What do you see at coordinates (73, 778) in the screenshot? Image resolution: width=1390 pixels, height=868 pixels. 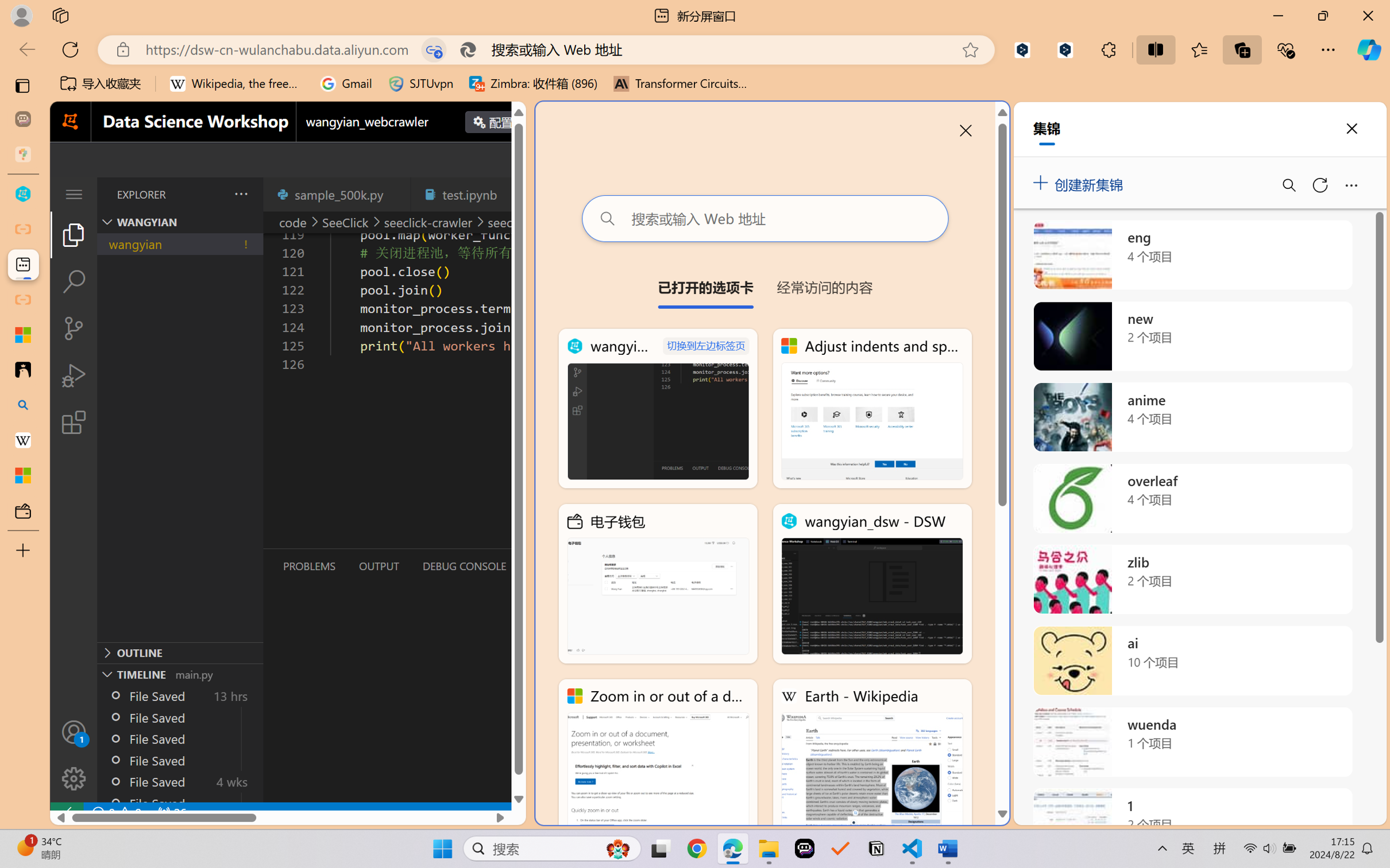 I see `'Manage'` at bounding box center [73, 778].